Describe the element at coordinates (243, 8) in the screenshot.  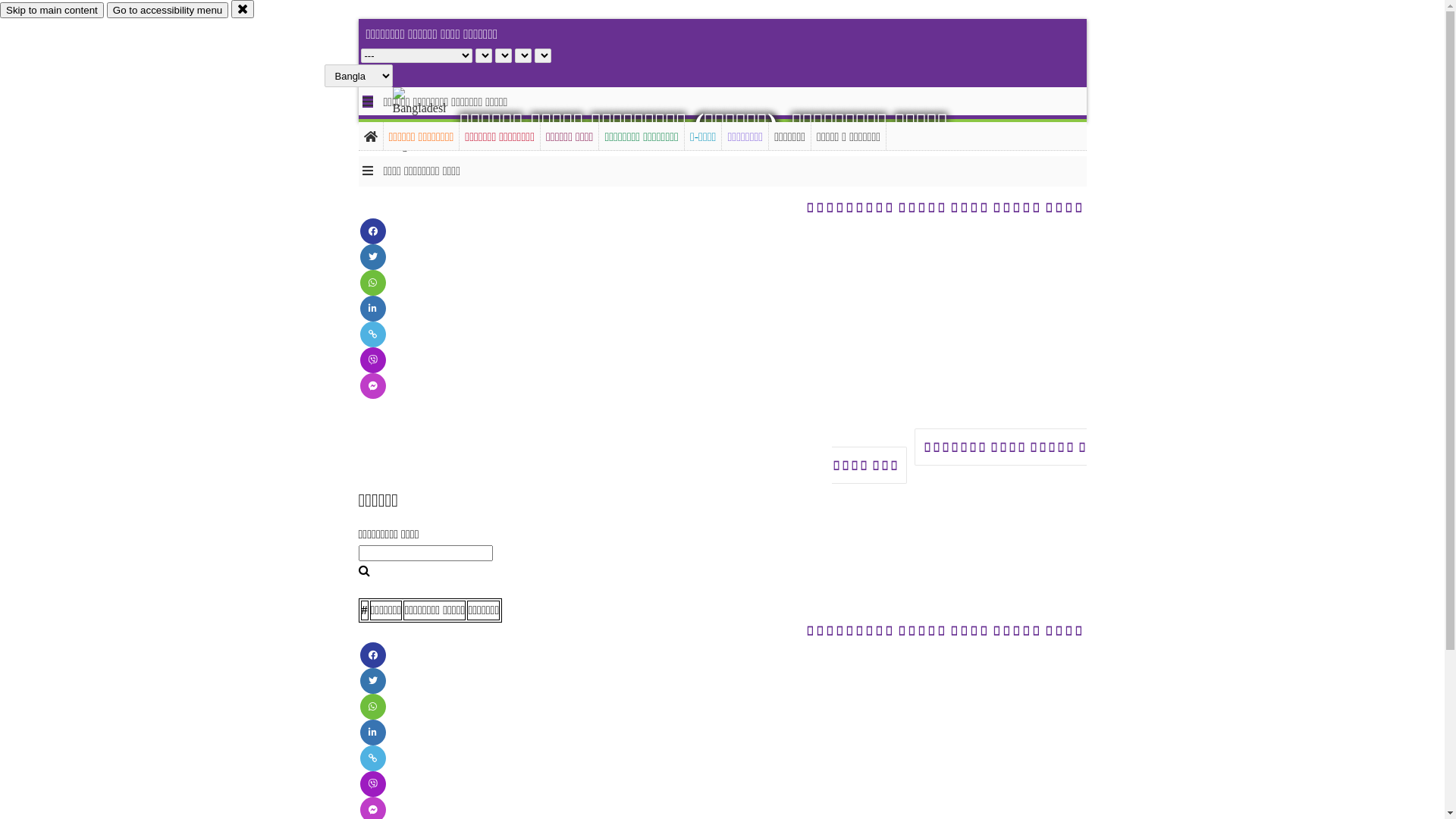
I see `'close'` at that location.